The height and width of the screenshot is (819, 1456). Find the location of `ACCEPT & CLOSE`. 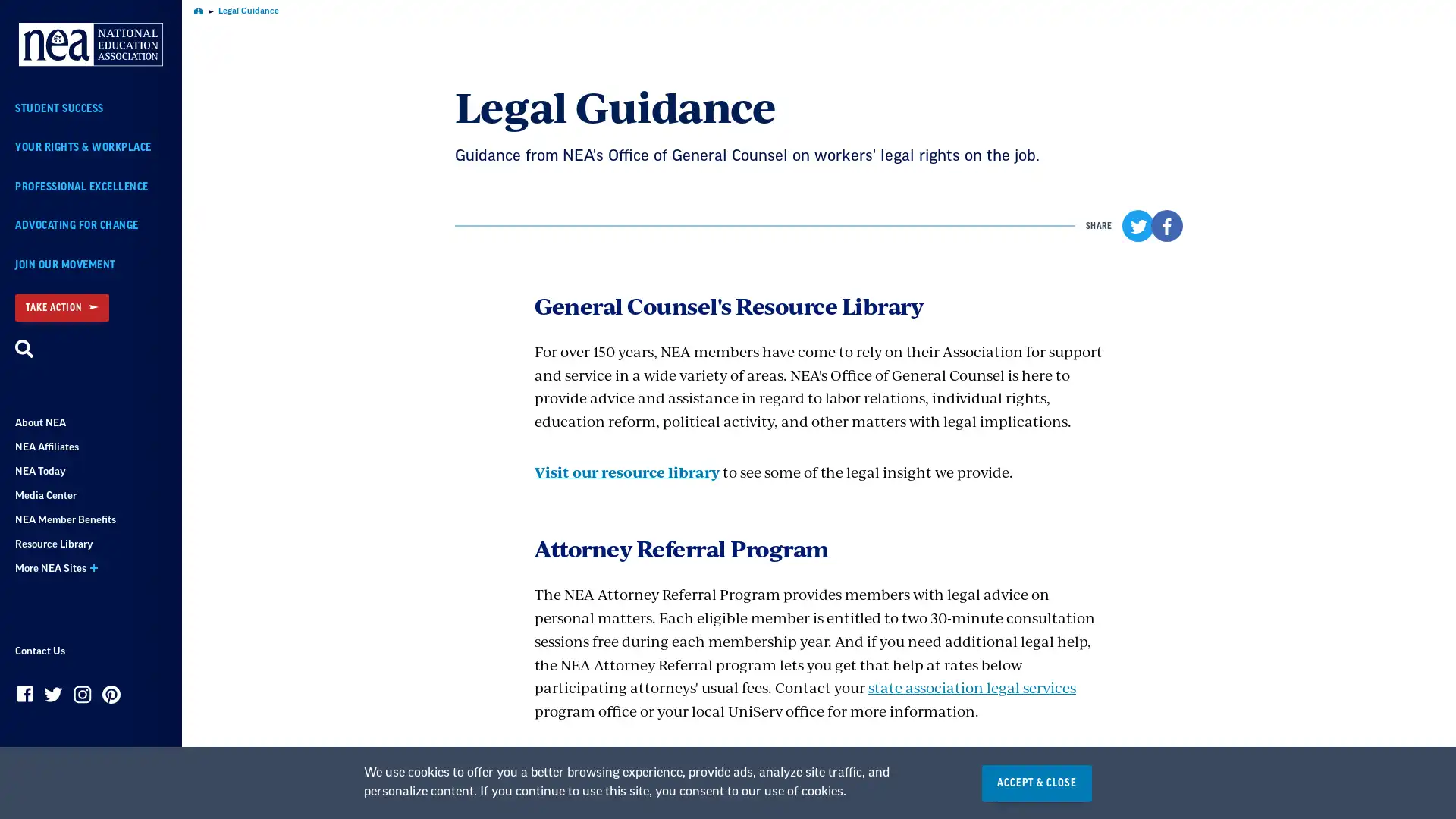

ACCEPT & CLOSE is located at coordinates (1036, 783).